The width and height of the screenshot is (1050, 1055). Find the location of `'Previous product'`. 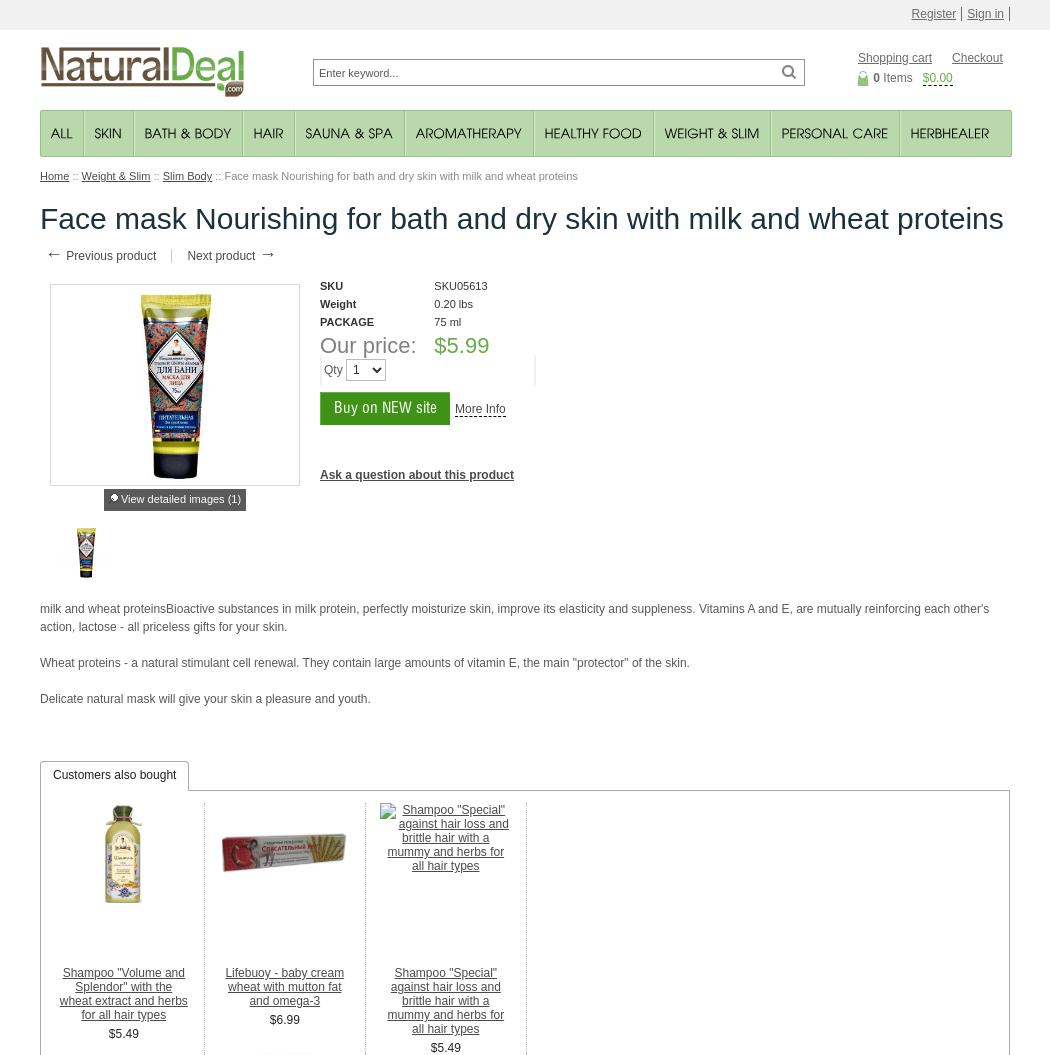

'Previous product' is located at coordinates (62, 256).